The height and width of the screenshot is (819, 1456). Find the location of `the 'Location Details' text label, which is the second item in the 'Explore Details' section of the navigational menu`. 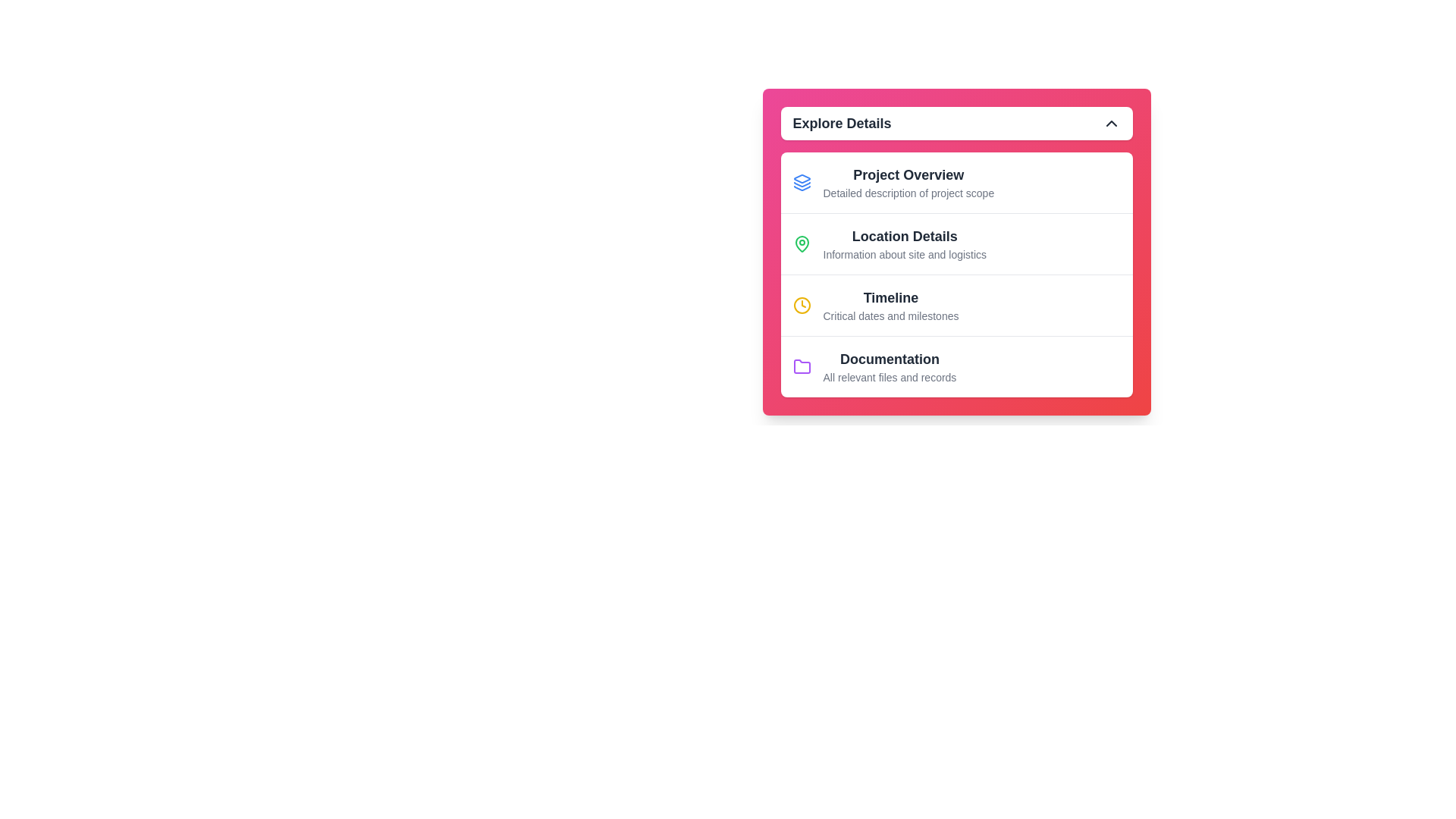

the 'Location Details' text label, which is the second item in the 'Explore Details' section of the navigational menu is located at coordinates (905, 243).